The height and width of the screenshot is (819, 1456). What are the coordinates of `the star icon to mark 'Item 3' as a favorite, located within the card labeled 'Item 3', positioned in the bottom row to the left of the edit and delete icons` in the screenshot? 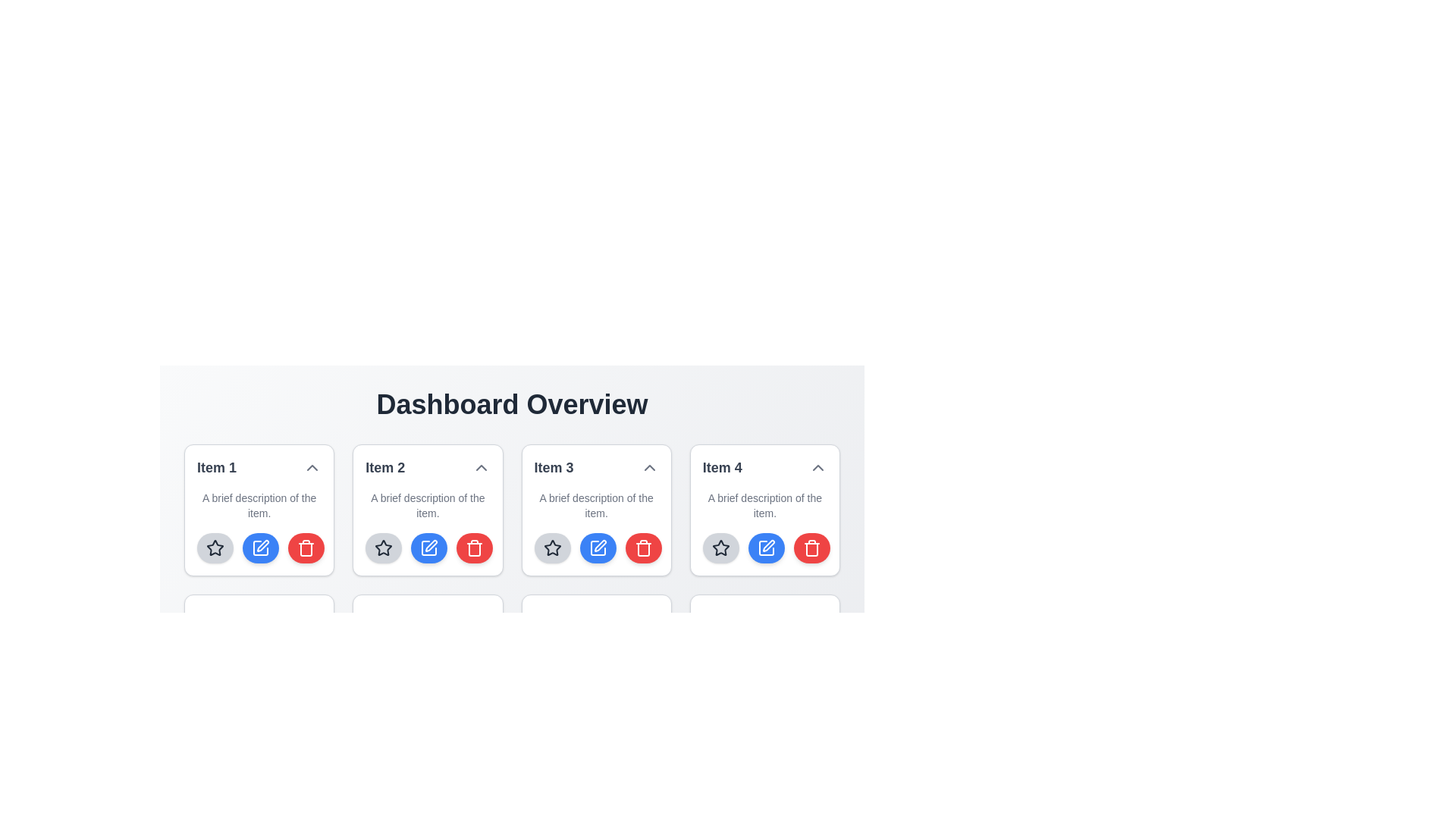 It's located at (551, 548).